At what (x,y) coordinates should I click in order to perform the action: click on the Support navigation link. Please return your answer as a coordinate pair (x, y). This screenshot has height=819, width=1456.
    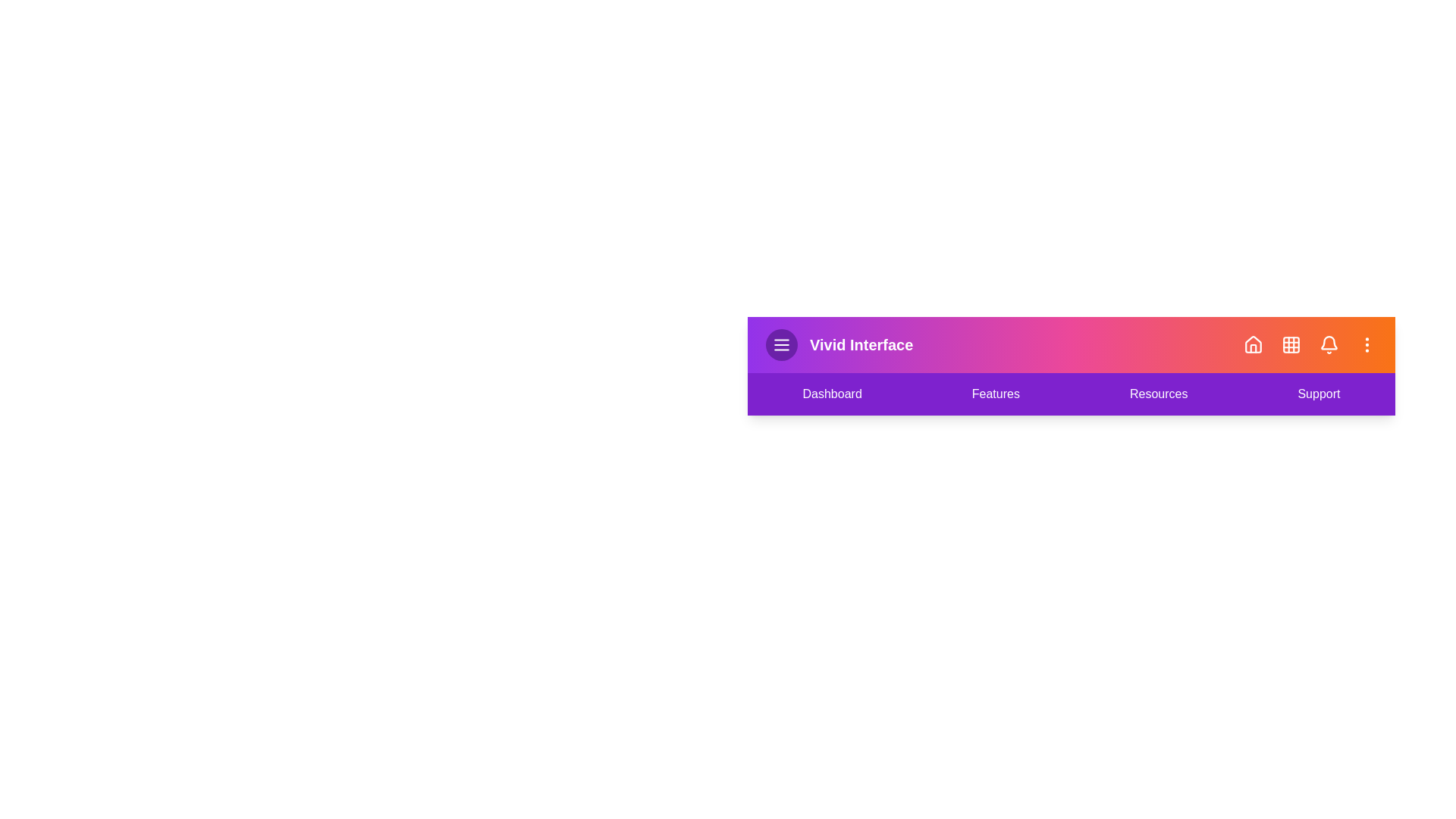
    Looking at the image, I should click on (1318, 394).